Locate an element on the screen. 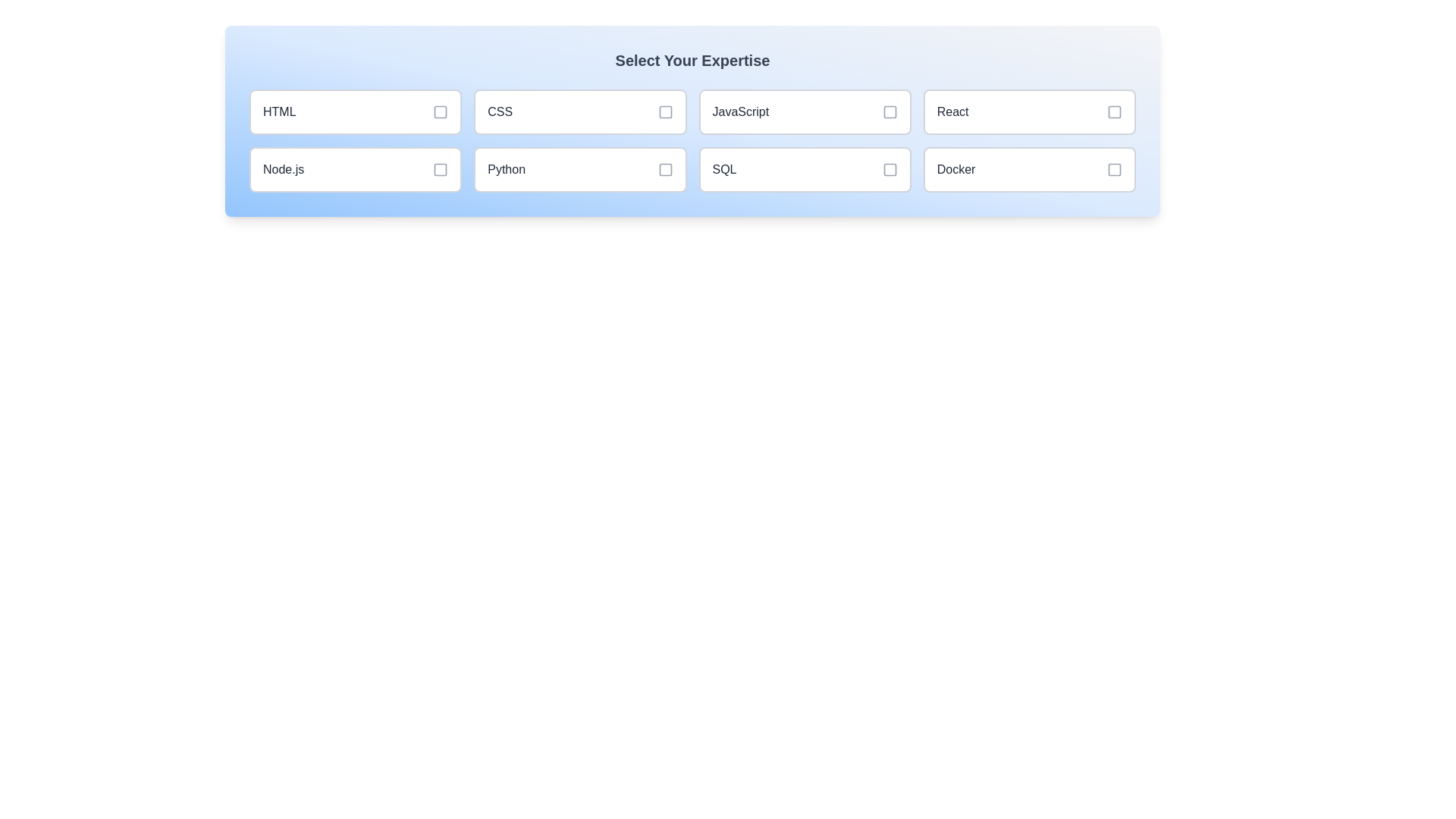  the skill item labeled React to toggle its selection state is located at coordinates (1029, 111).